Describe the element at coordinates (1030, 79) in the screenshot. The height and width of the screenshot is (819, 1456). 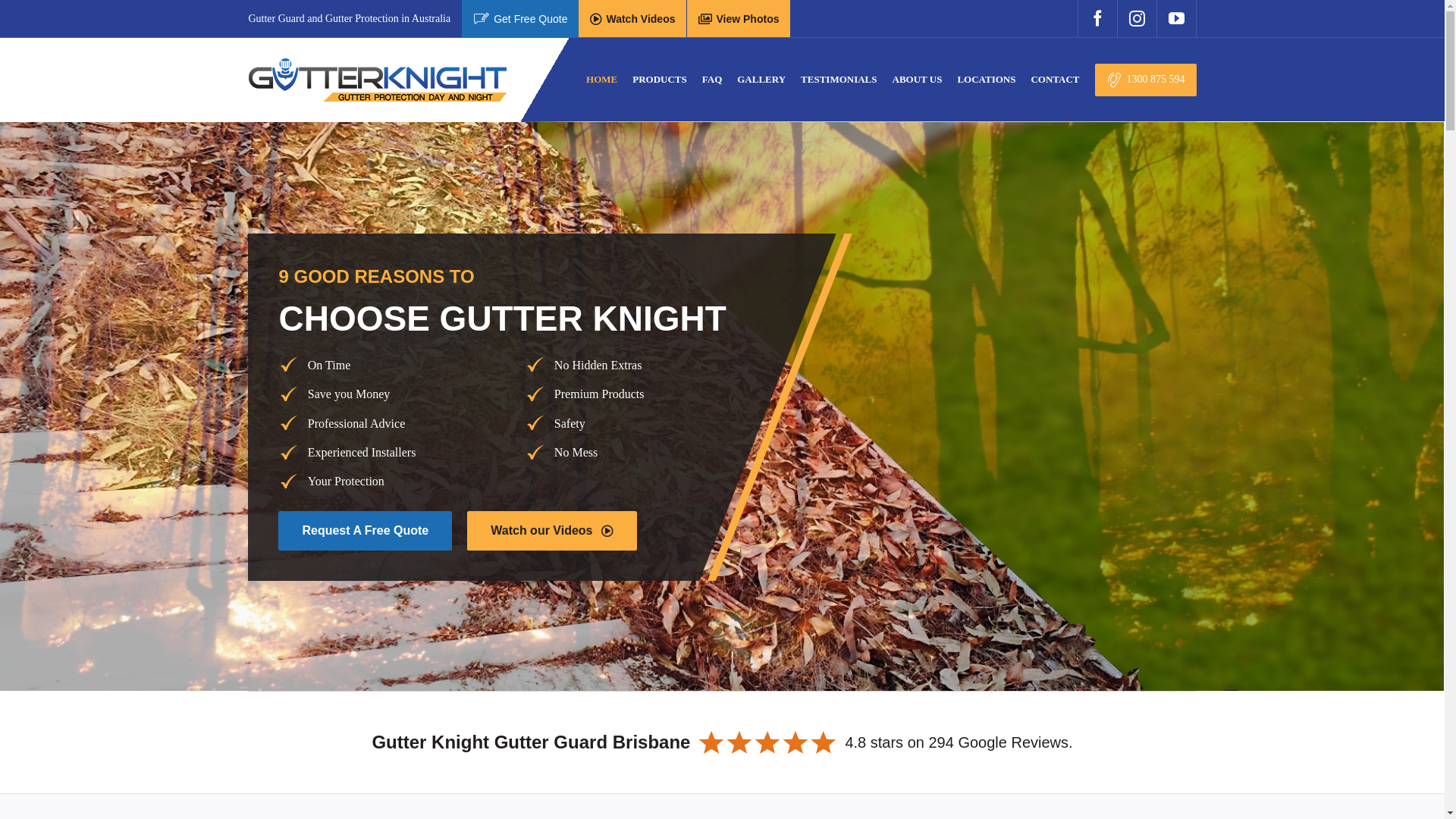
I see `'CONTACT'` at that location.